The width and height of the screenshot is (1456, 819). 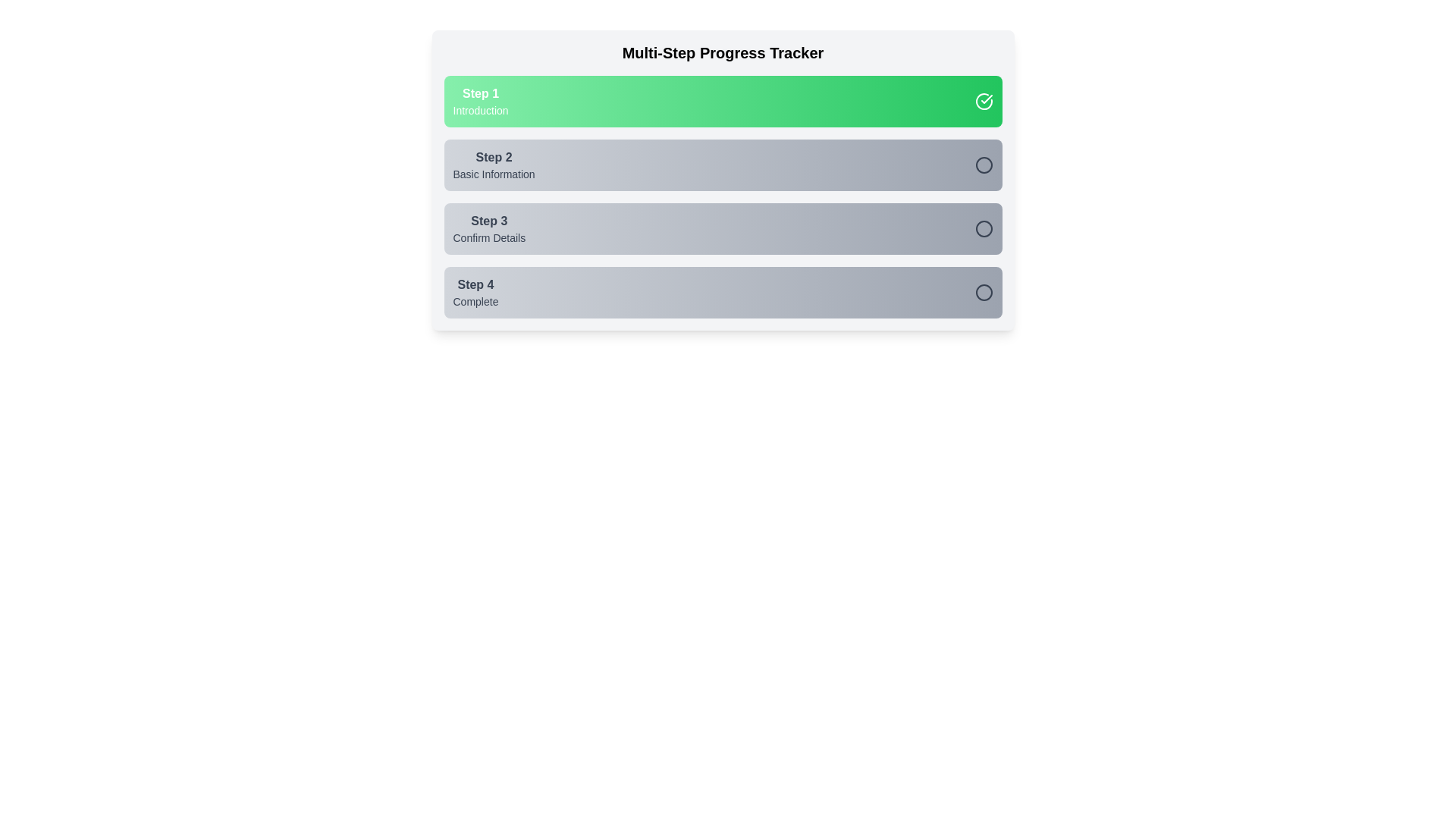 What do you see at coordinates (722, 180) in the screenshot?
I see `the Progress Tracker element, which visually represents the user's progress through a multi-step process and shows the second step located between the first and third steps` at bounding box center [722, 180].